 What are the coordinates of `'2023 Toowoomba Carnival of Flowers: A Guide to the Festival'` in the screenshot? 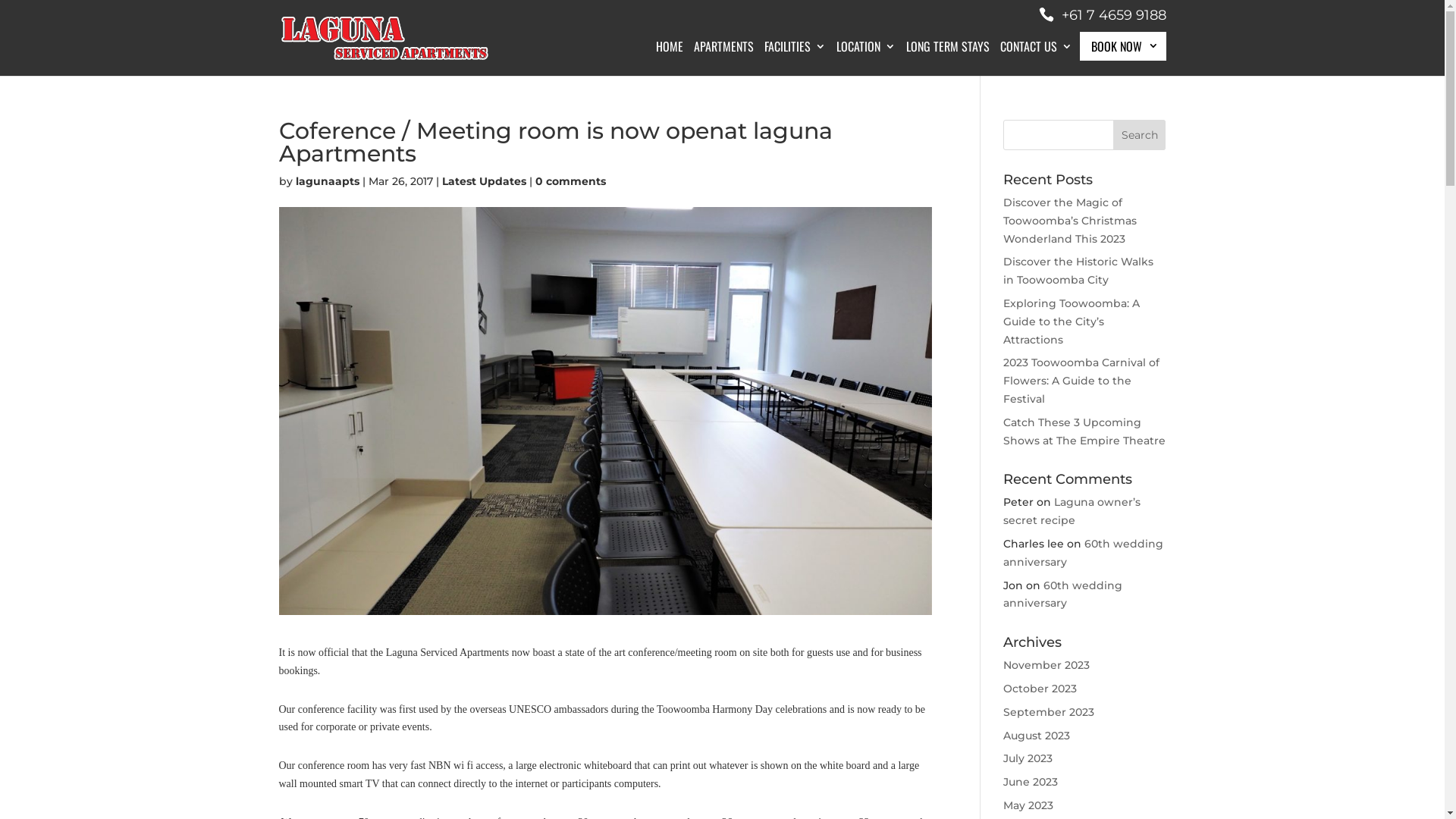 It's located at (1080, 379).